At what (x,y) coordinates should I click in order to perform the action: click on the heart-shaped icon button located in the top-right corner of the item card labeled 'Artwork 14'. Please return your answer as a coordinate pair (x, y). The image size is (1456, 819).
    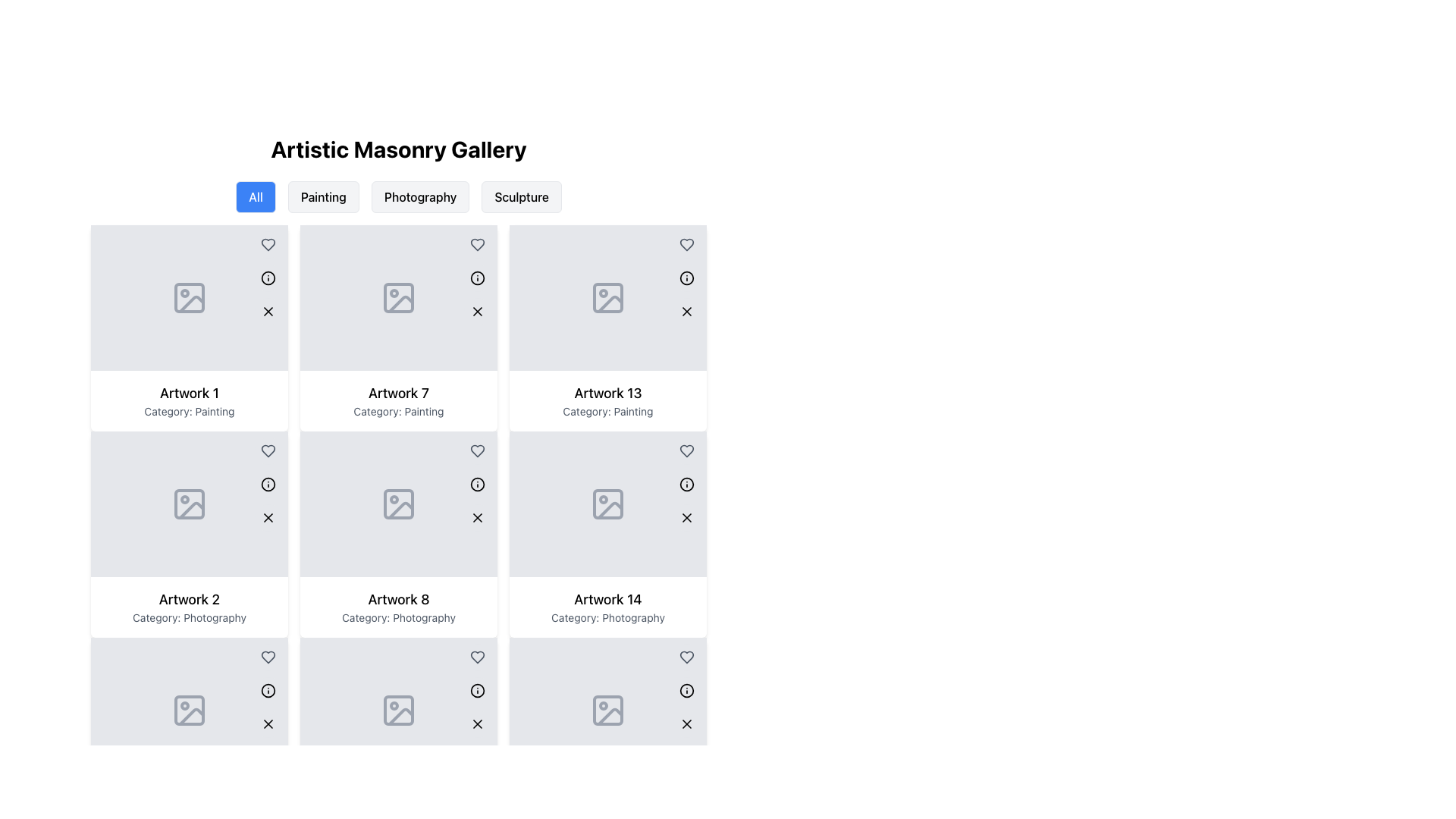
    Looking at the image, I should click on (686, 657).